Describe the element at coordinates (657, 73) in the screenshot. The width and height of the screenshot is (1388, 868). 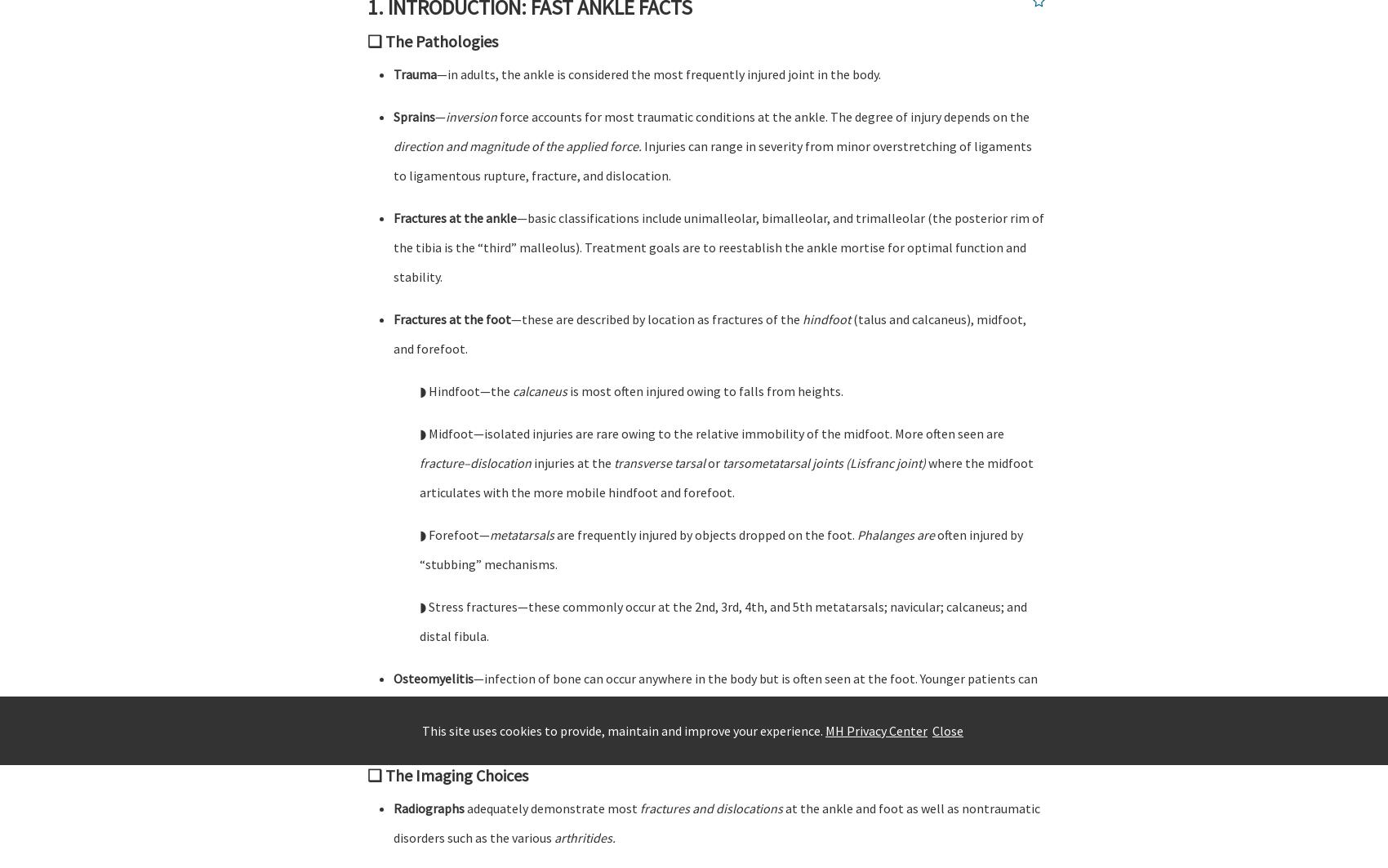
I see `'—in adults, the ankle is considered the most frequently injured joint in the body.'` at that location.